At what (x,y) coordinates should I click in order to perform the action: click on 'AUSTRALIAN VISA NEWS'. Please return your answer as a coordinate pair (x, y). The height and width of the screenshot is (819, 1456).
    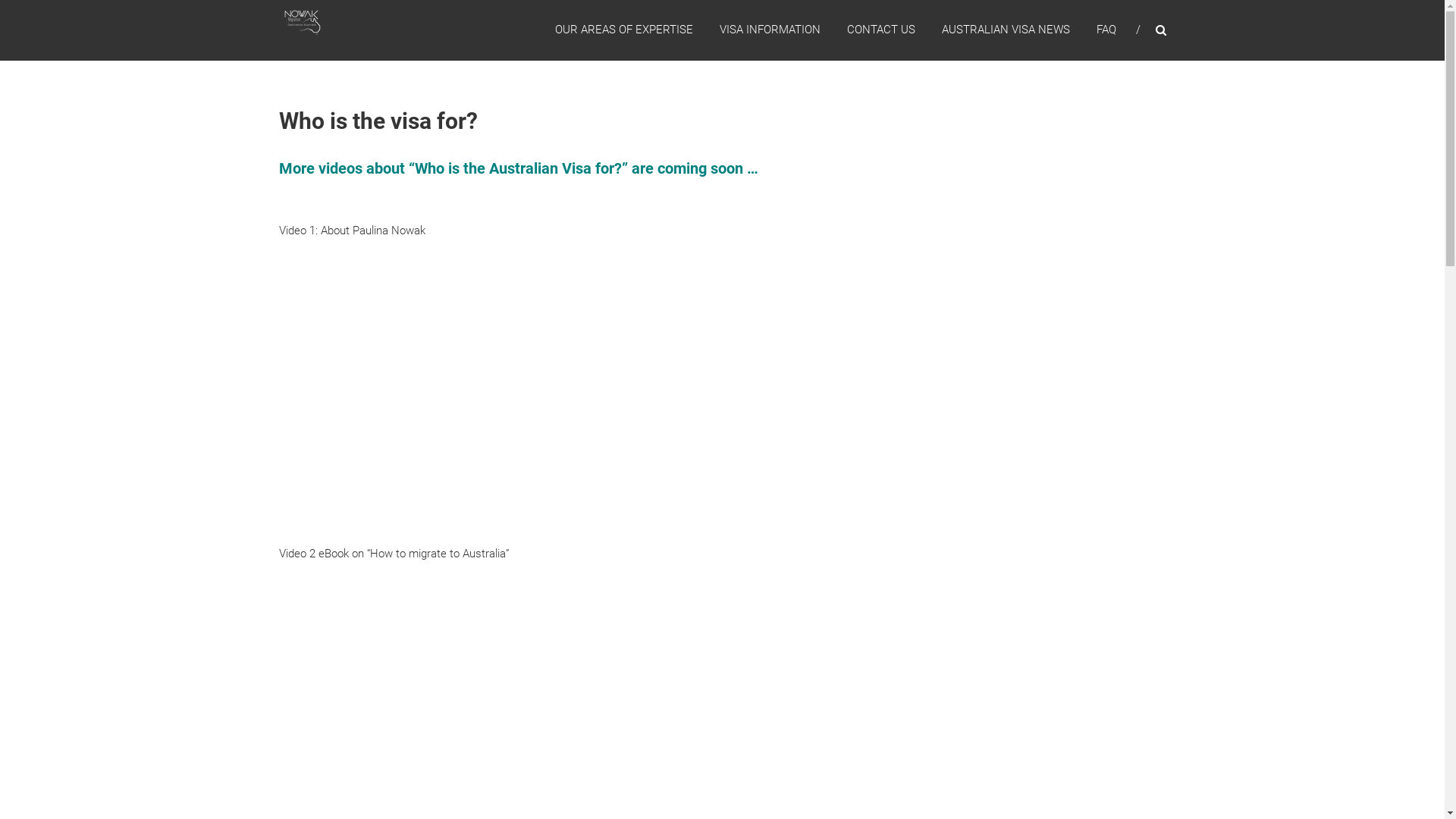
    Looking at the image, I should click on (1006, 29).